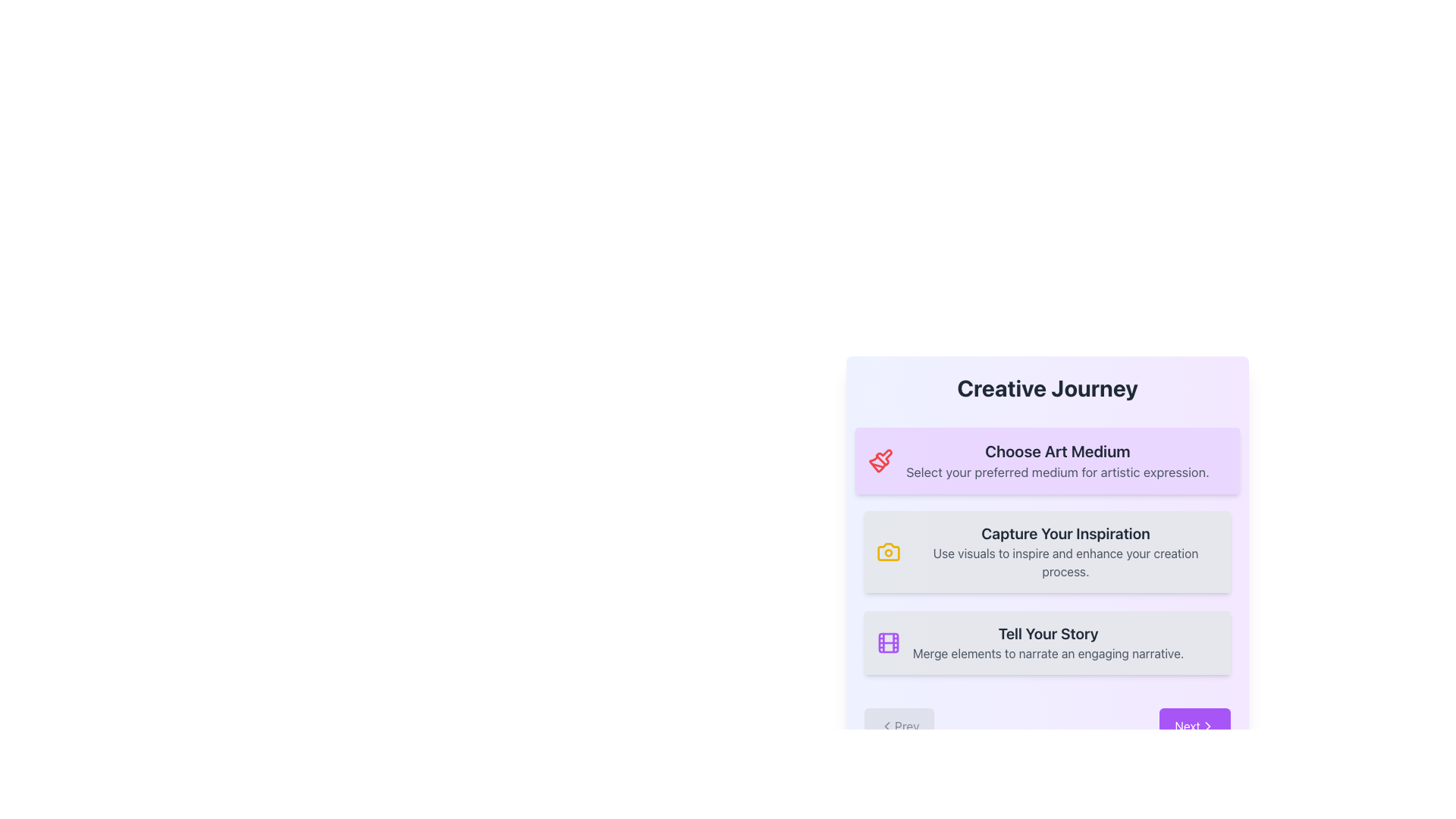 The image size is (1456, 819). I want to click on the text label that reads 'Select your preferred medium for artistic expression', which is styled with a gray font color and positioned below the heading 'Choose Art Medium', so click(1056, 471).